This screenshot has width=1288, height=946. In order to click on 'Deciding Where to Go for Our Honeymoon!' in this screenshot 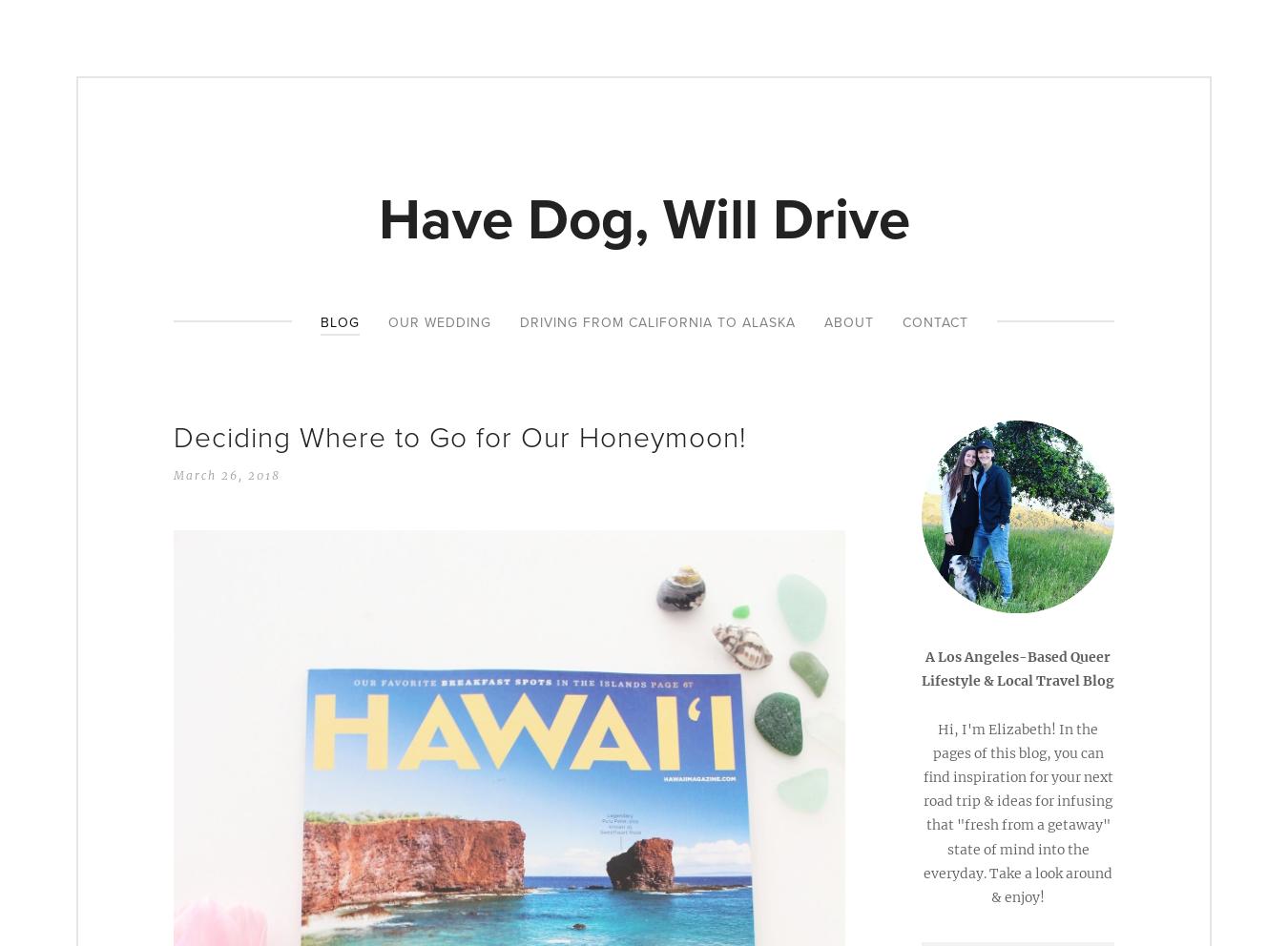, I will do `click(459, 437)`.